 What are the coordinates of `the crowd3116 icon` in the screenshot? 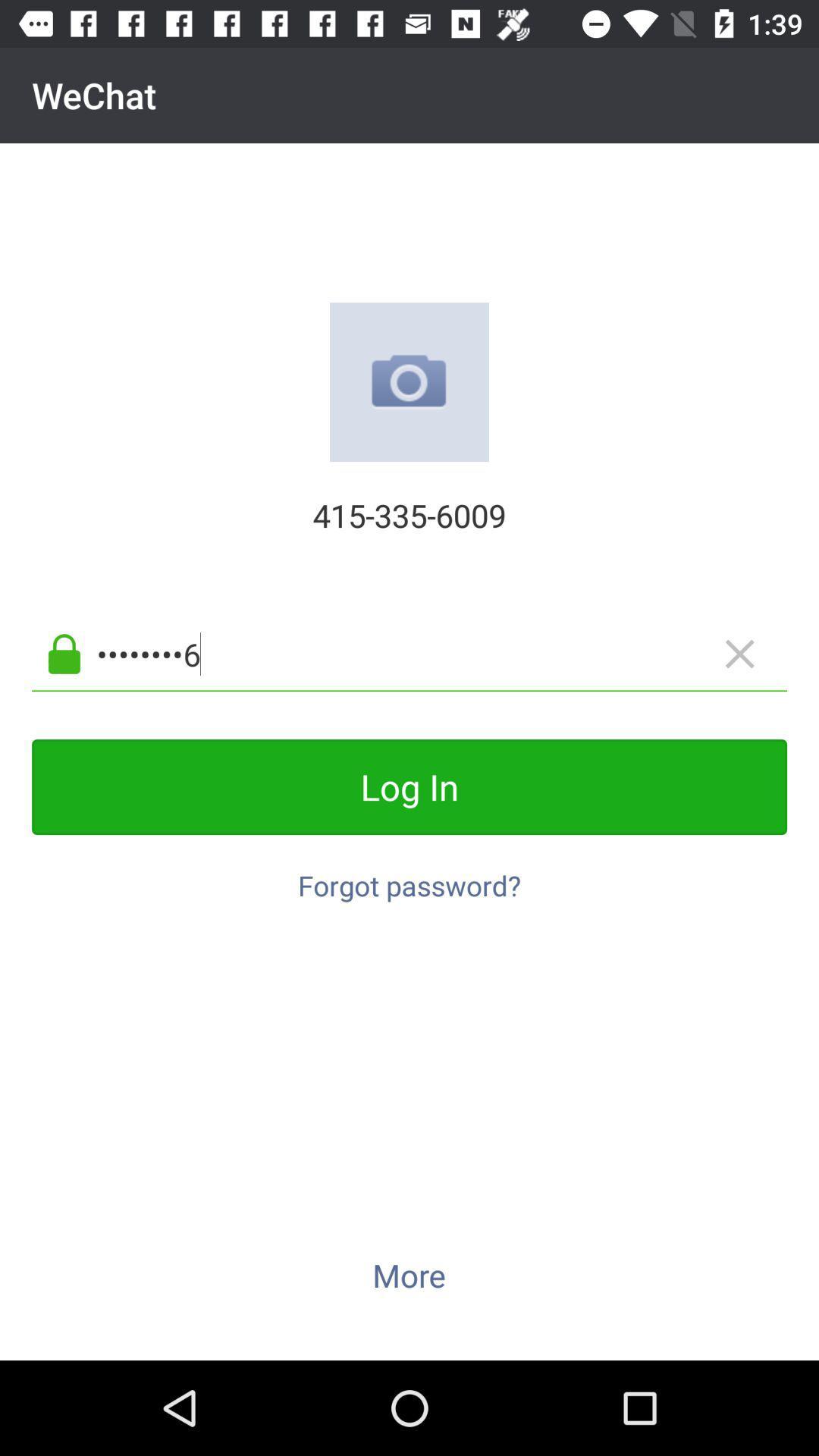 It's located at (434, 654).